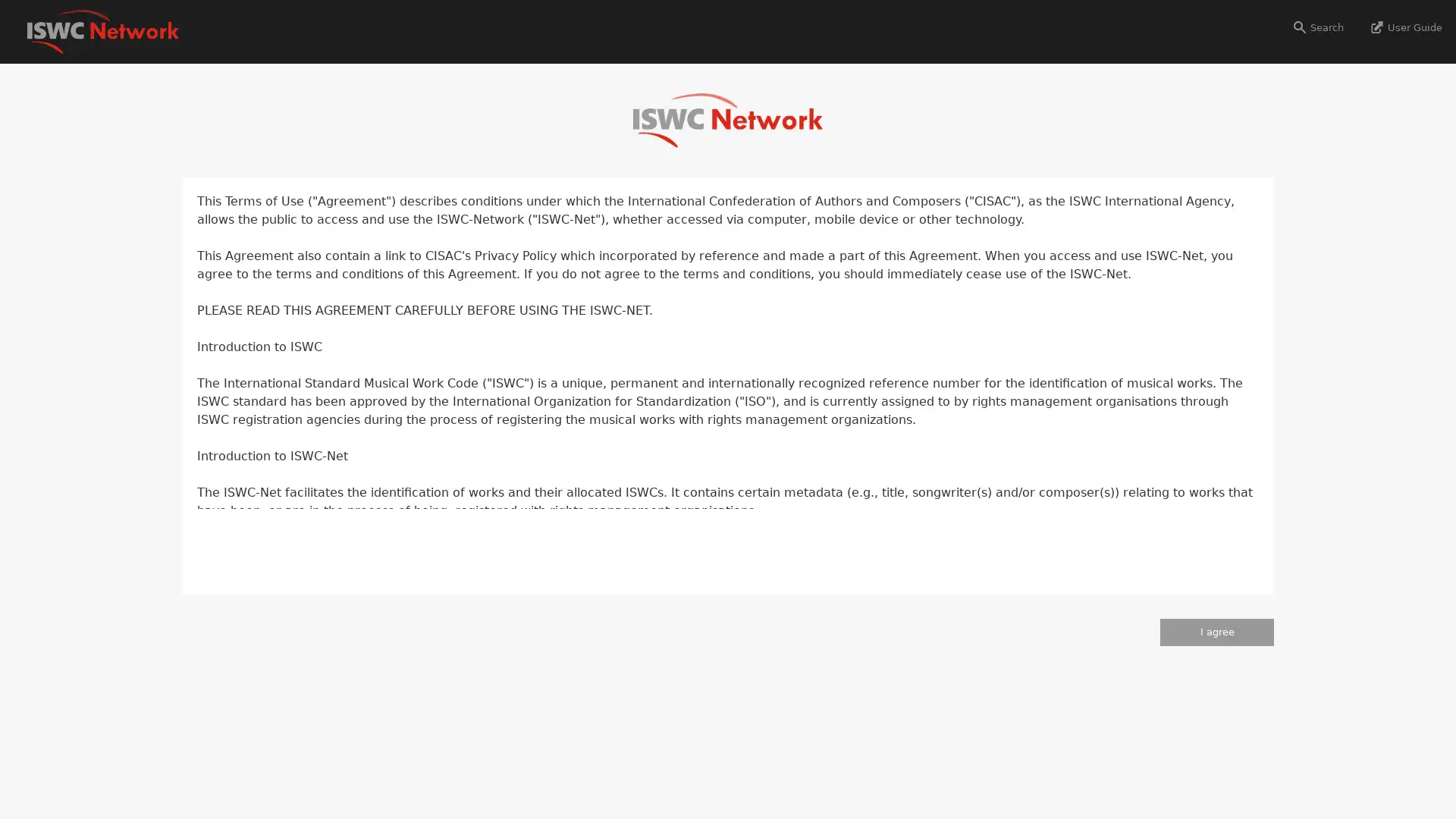 The height and width of the screenshot is (819, 1456). Describe the element at coordinates (1216, 632) in the screenshot. I see `I agree` at that location.